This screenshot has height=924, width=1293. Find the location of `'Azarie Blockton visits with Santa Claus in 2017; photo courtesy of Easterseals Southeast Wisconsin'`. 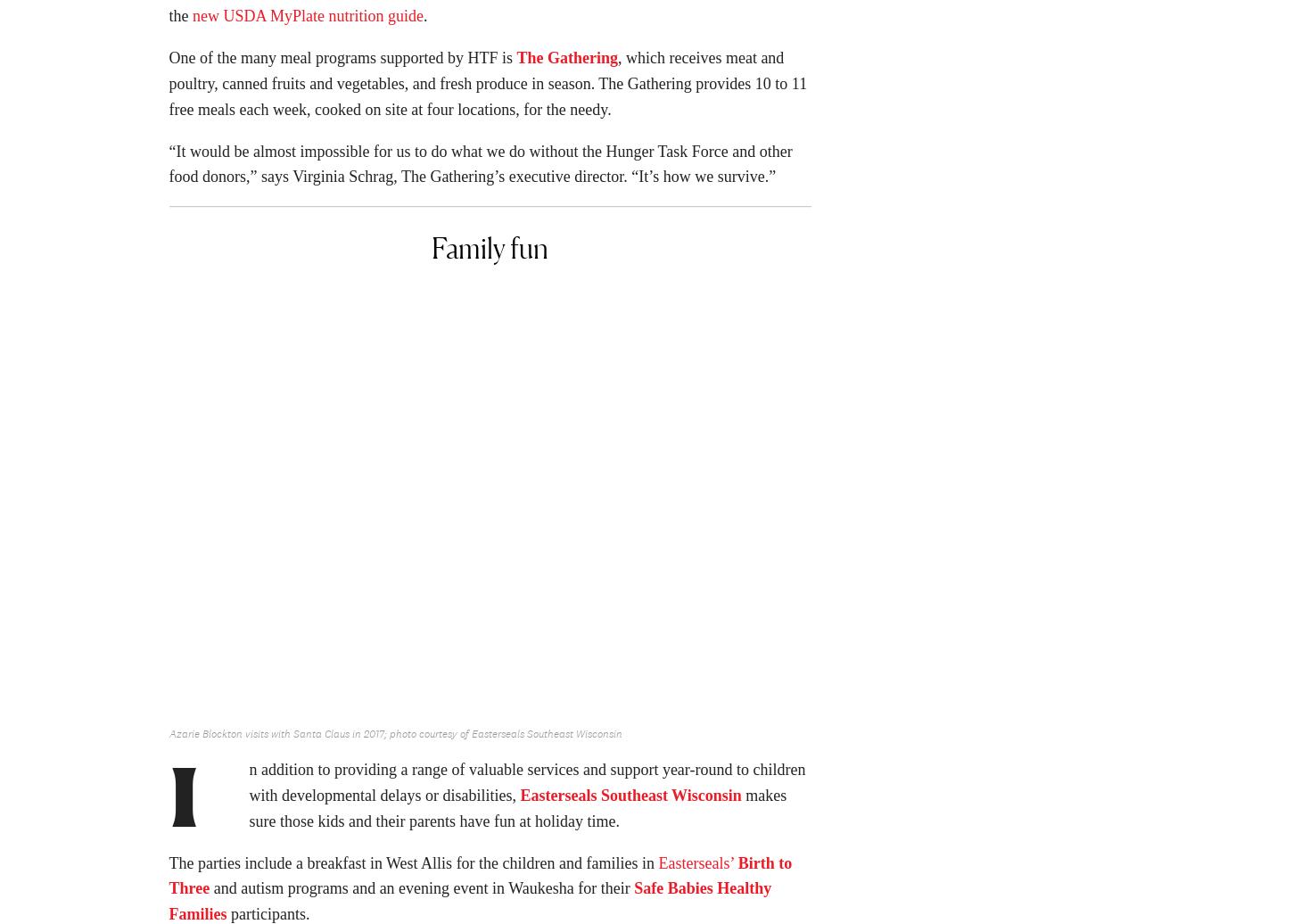

'Azarie Blockton visits with Santa Claus in 2017; photo courtesy of Easterseals Southeast Wisconsin' is located at coordinates (393, 739).